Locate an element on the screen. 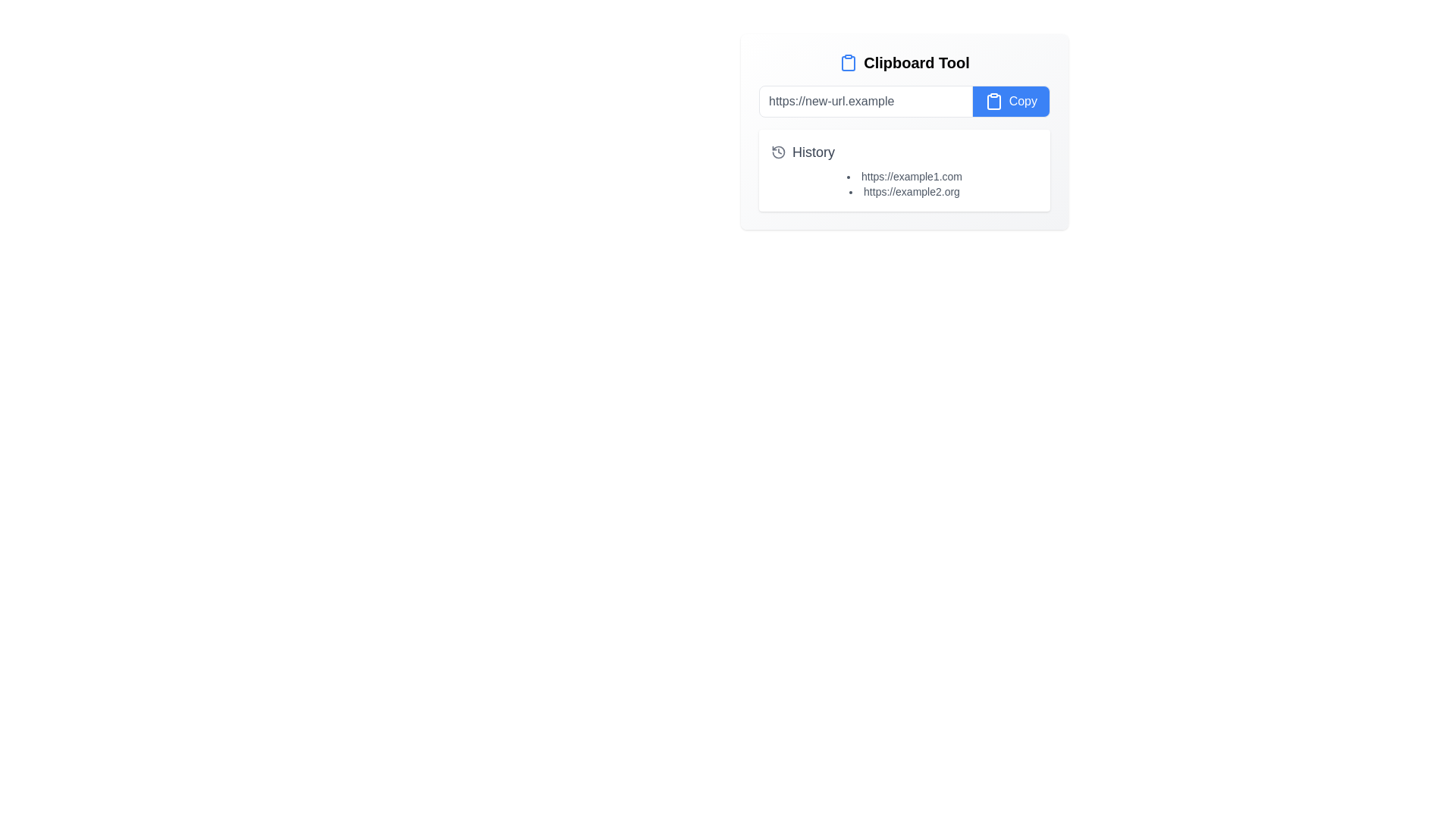 The height and width of the screenshot is (819, 1456). the clipboard icon located to the left of the 'Clipboard Tool' text in the header section of the interface is located at coordinates (848, 62).